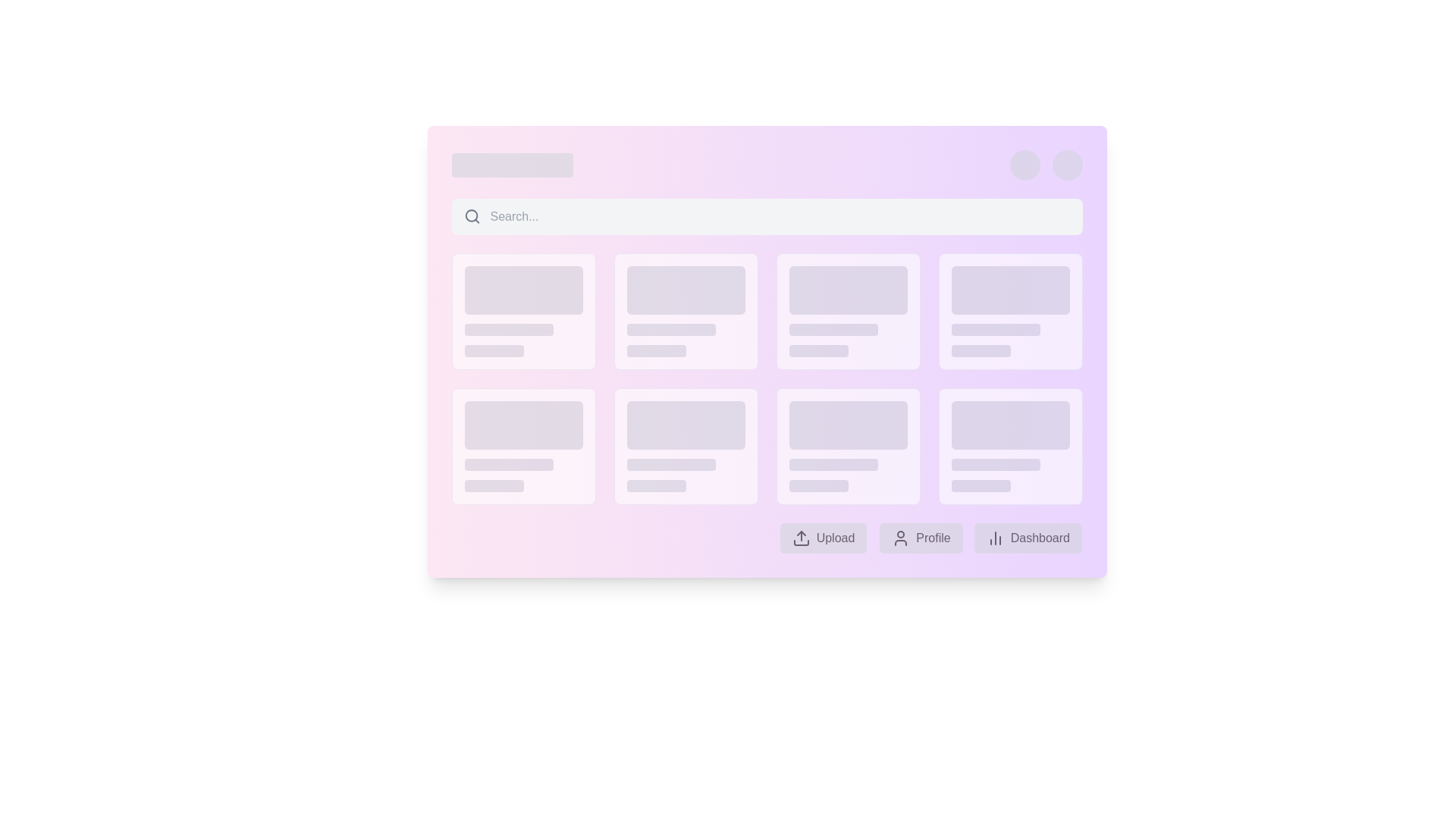 The height and width of the screenshot is (819, 1456). I want to click on the topmost non-interactive decorative block in the vertical stack of three components located in the bottom-right corner of the central grid layout, so click(1010, 425).